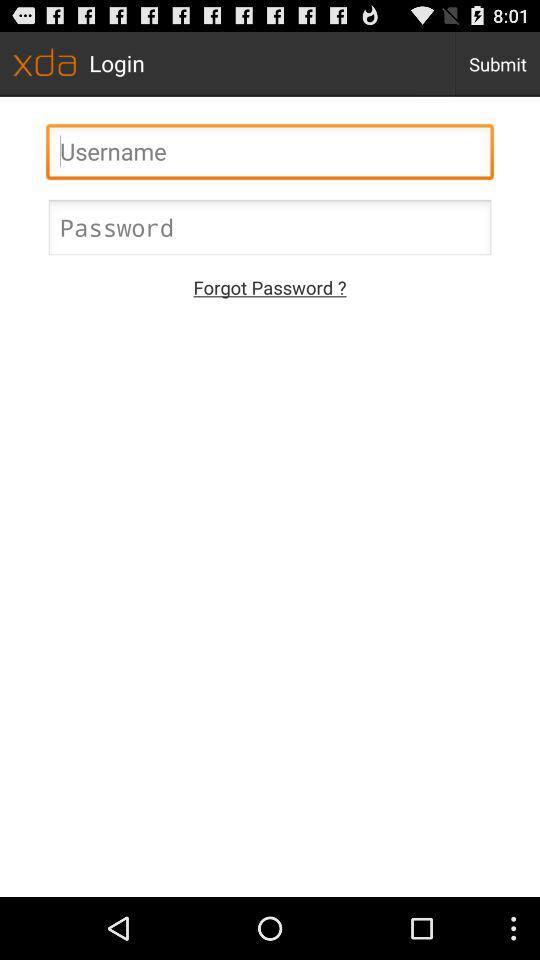  Describe the element at coordinates (496, 63) in the screenshot. I see `item at the top right corner` at that location.